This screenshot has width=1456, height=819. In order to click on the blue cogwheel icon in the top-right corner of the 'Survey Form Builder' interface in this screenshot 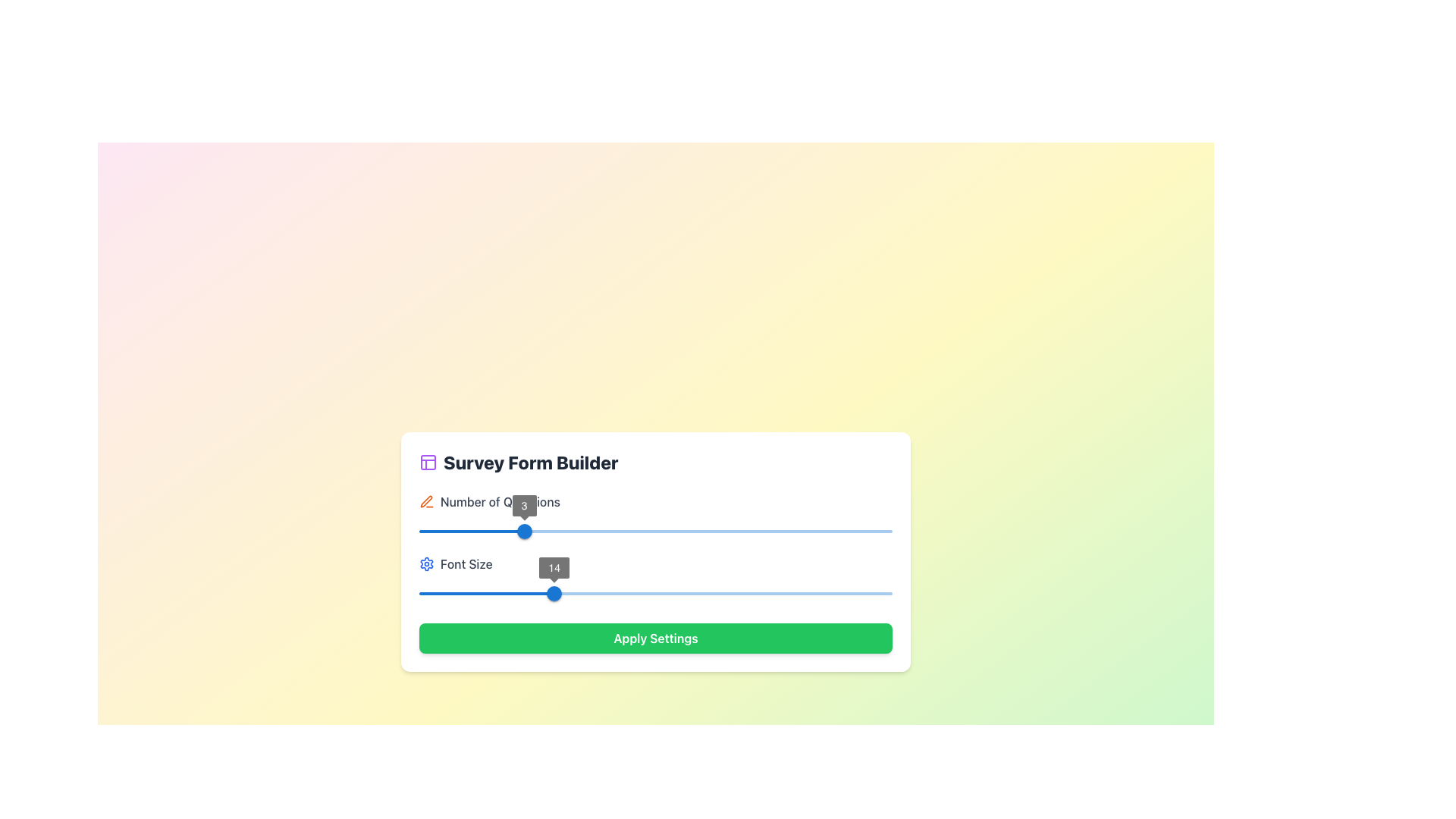, I will do `click(425, 564)`.